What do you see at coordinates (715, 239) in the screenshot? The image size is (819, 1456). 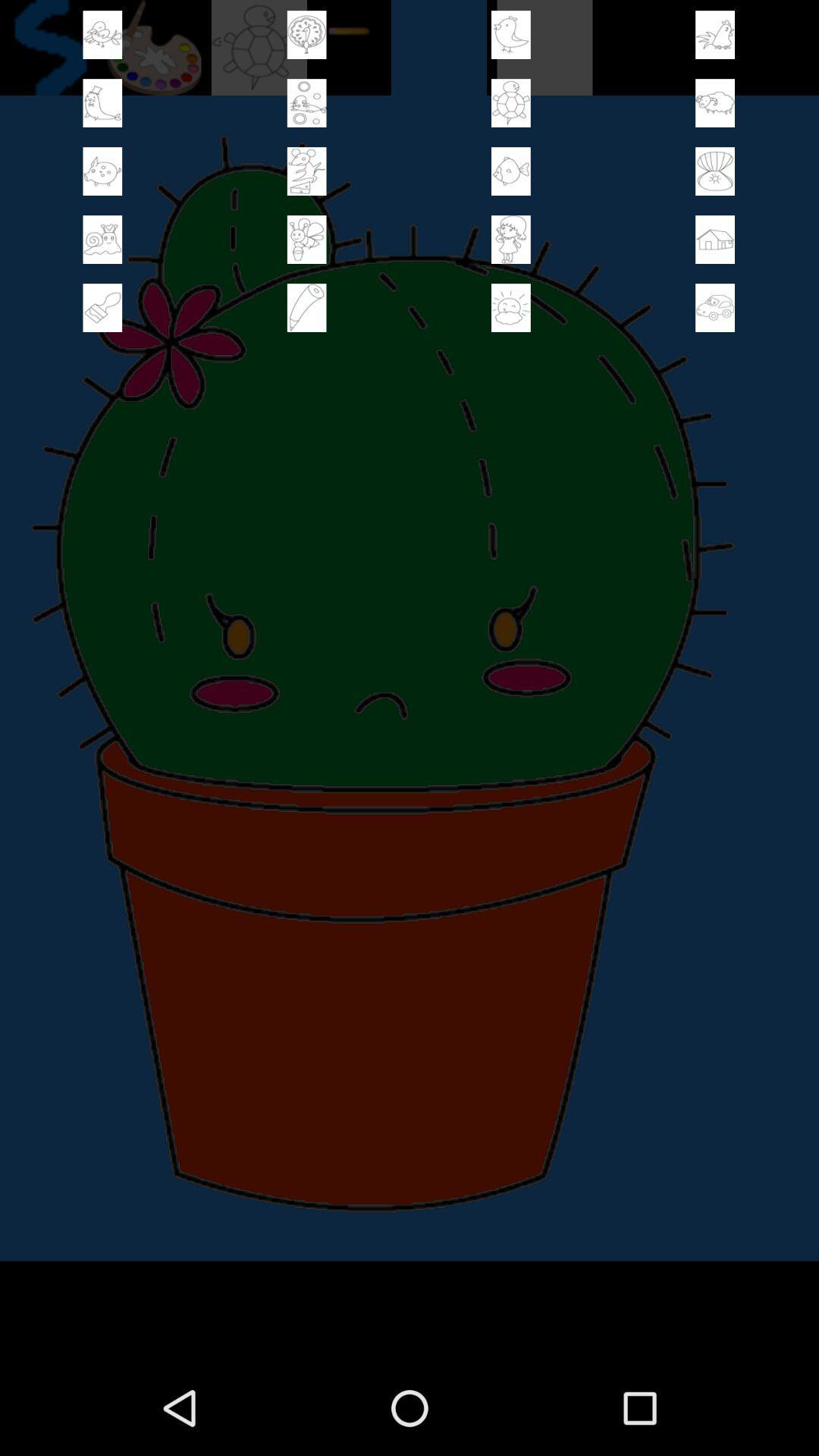 I see `content selection` at bounding box center [715, 239].